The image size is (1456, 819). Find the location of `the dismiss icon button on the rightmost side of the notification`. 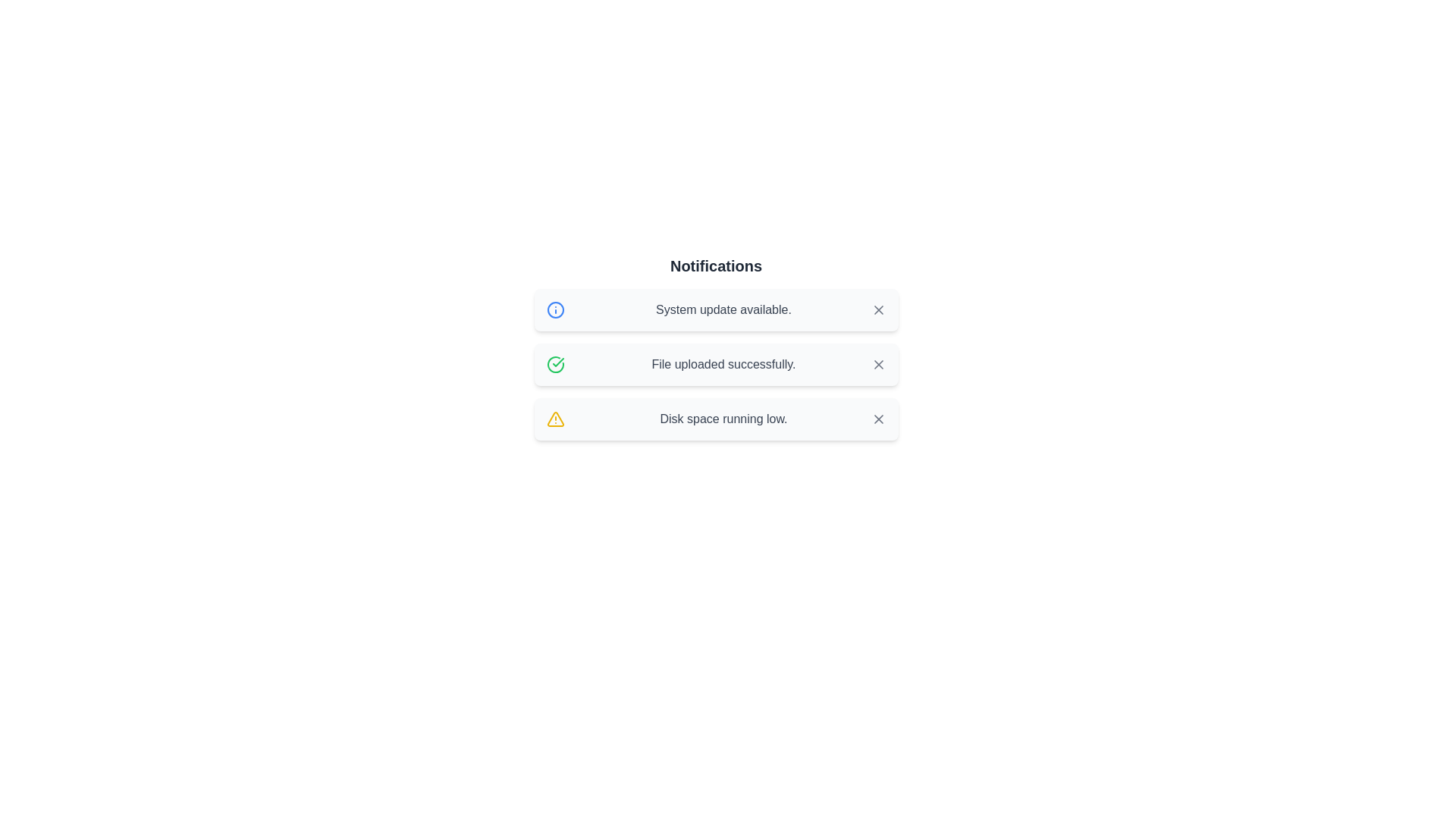

the dismiss icon button on the rightmost side of the notification is located at coordinates (878, 309).